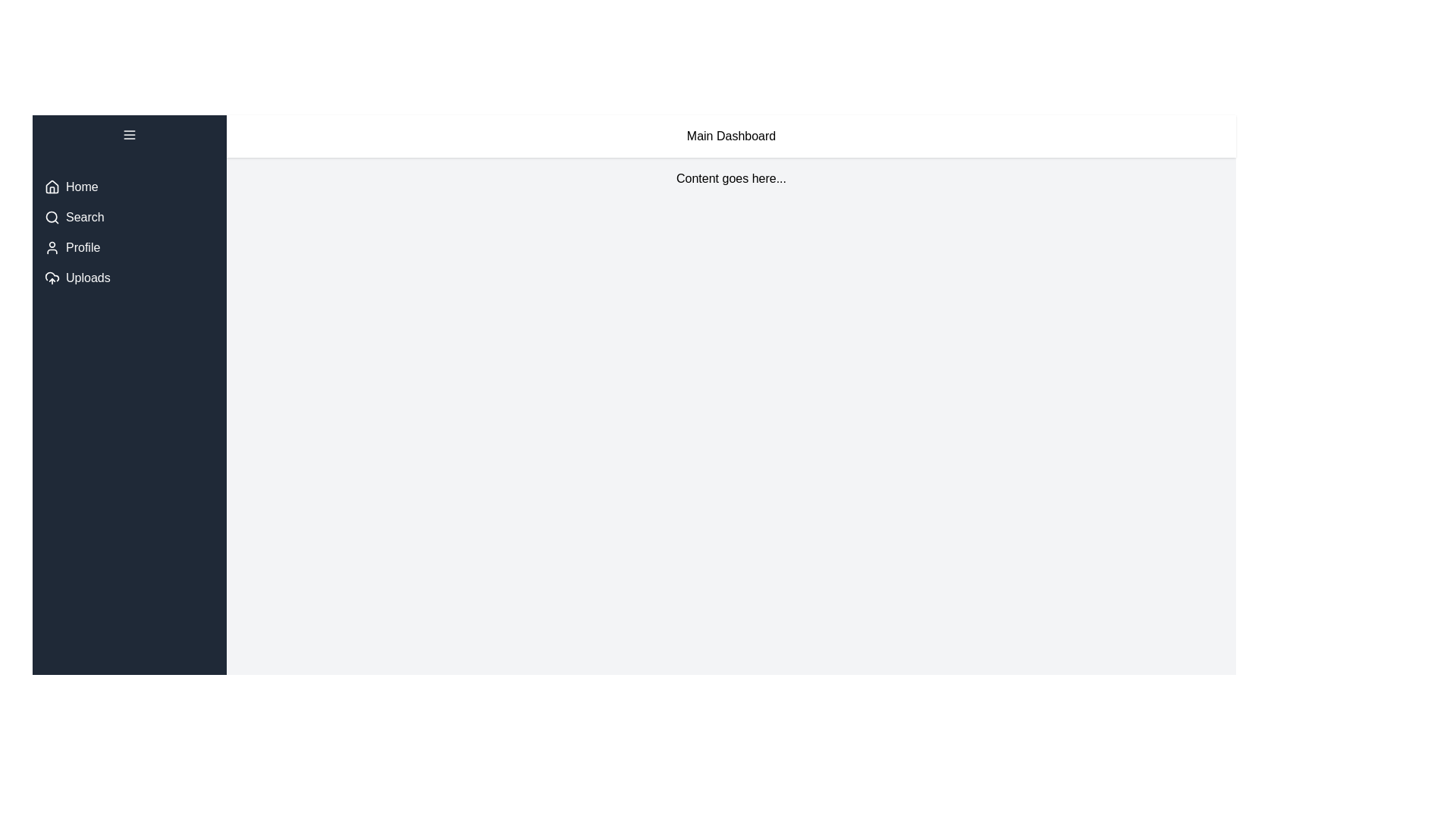  What do you see at coordinates (130, 137) in the screenshot?
I see `the vertically-stacked three-line icon button located at the top-left corner of the sidebar, which is styled in white against a dark background` at bounding box center [130, 137].